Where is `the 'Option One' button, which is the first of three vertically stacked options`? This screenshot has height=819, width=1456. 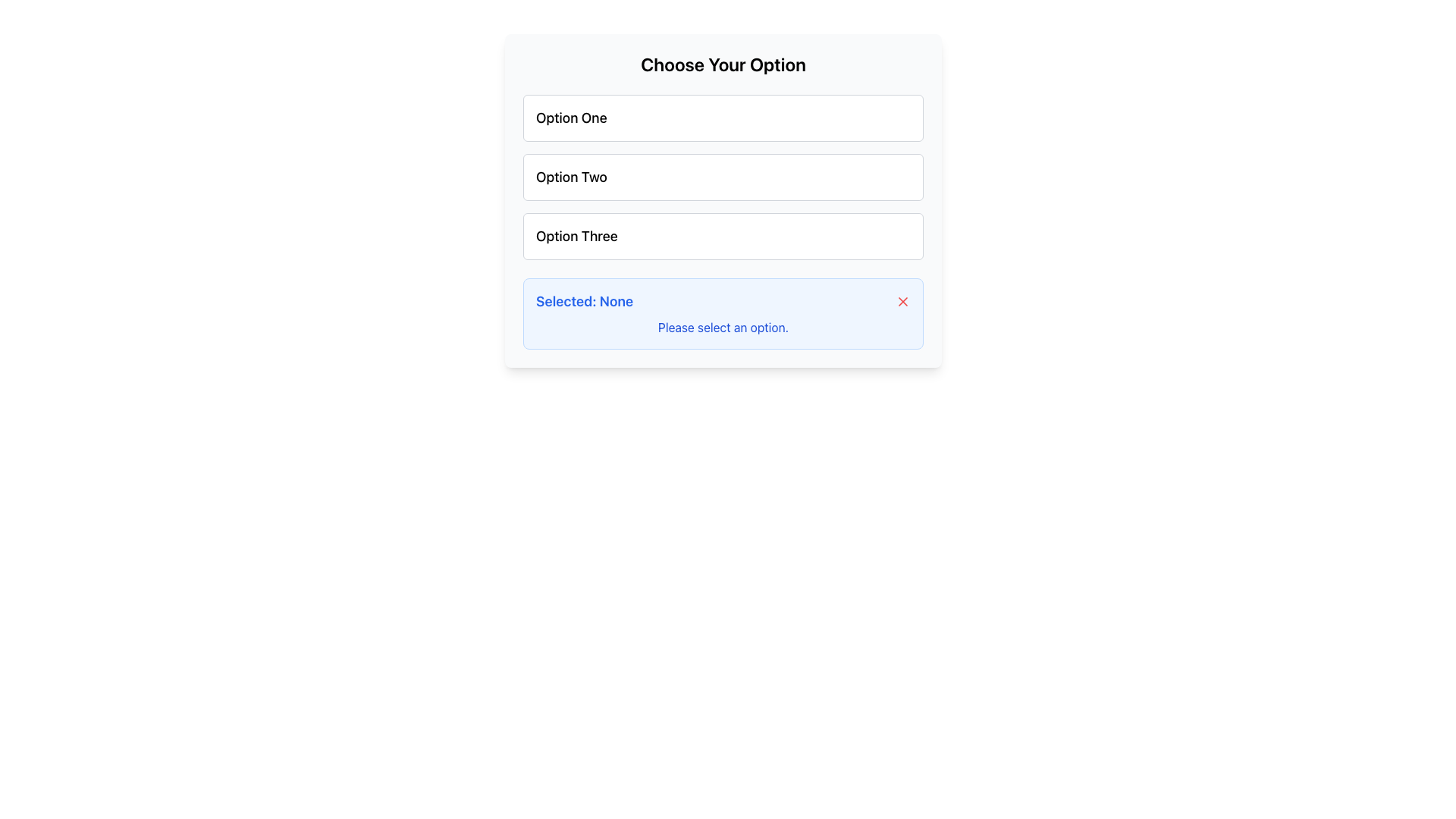 the 'Option One' button, which is the first of three vertically stacked options is located at coordinates (723, 117).